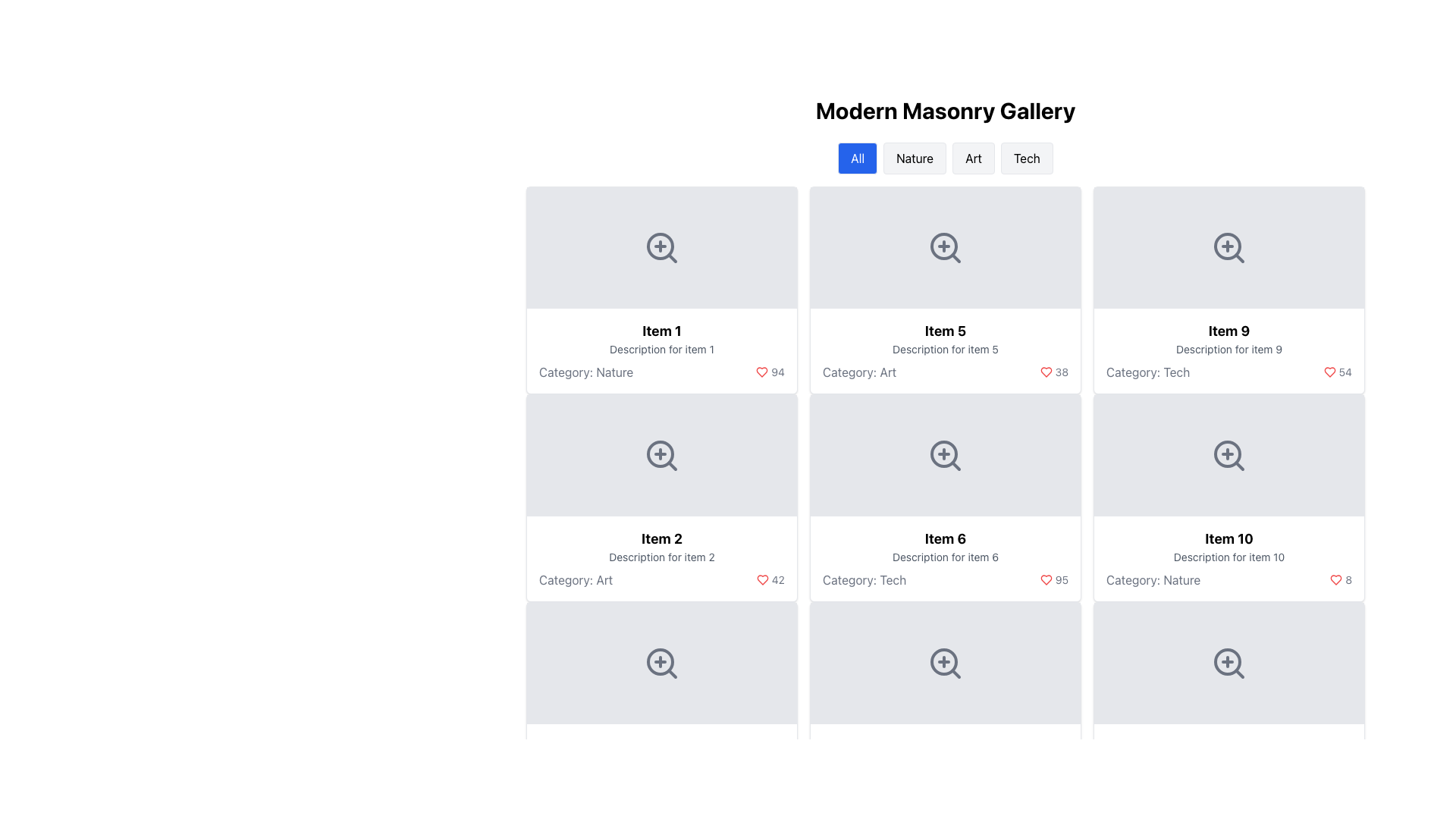 This screenshot has width=1456, height=819. Describe the element at coordinates (671, 673) in the screenshot. I see `the magnifying glass icon located in the bottom-left grid cell of 'Item 2'` at that location.